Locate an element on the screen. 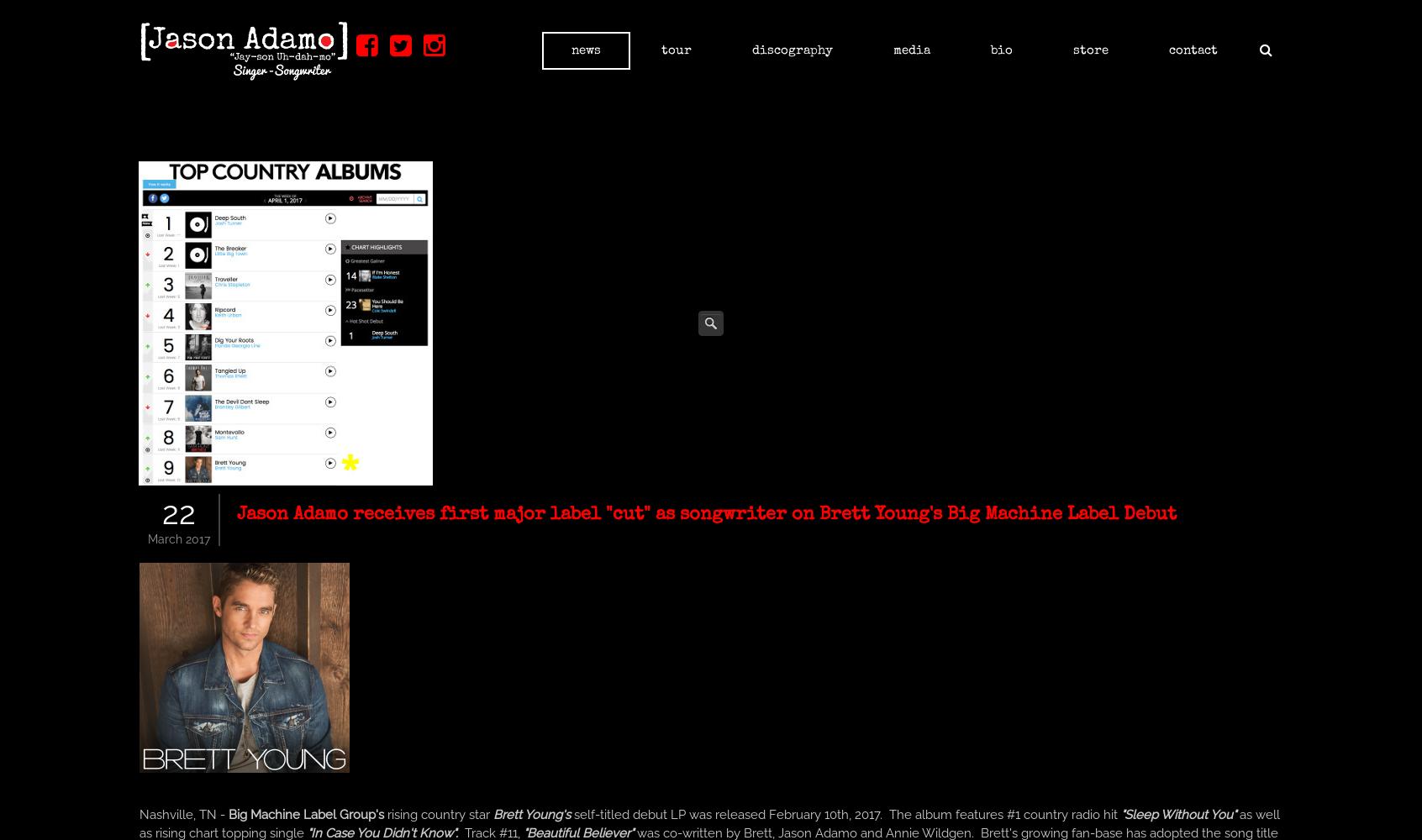 The image size is (1422, 840). 'Brett Young's' is located at coordinates (530, 813).